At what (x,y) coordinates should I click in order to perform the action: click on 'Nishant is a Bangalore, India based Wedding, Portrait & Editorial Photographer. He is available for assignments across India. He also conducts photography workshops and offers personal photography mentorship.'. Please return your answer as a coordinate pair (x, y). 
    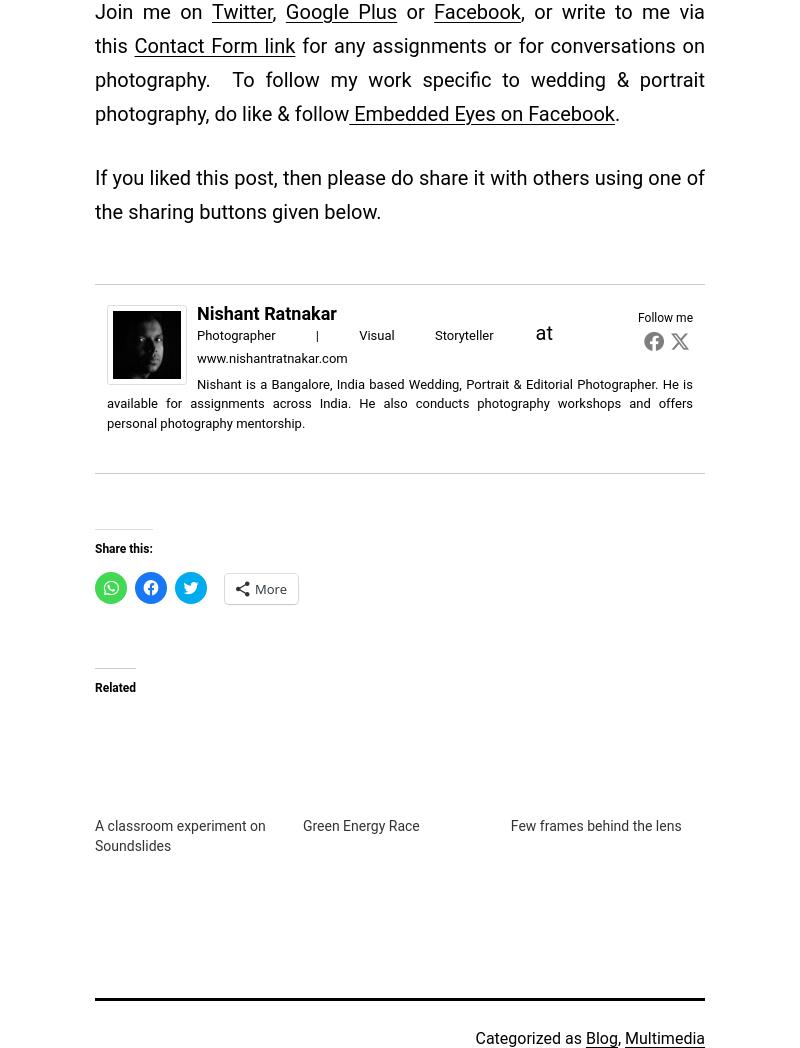
    Looking at the image, I should click on (400, 402).